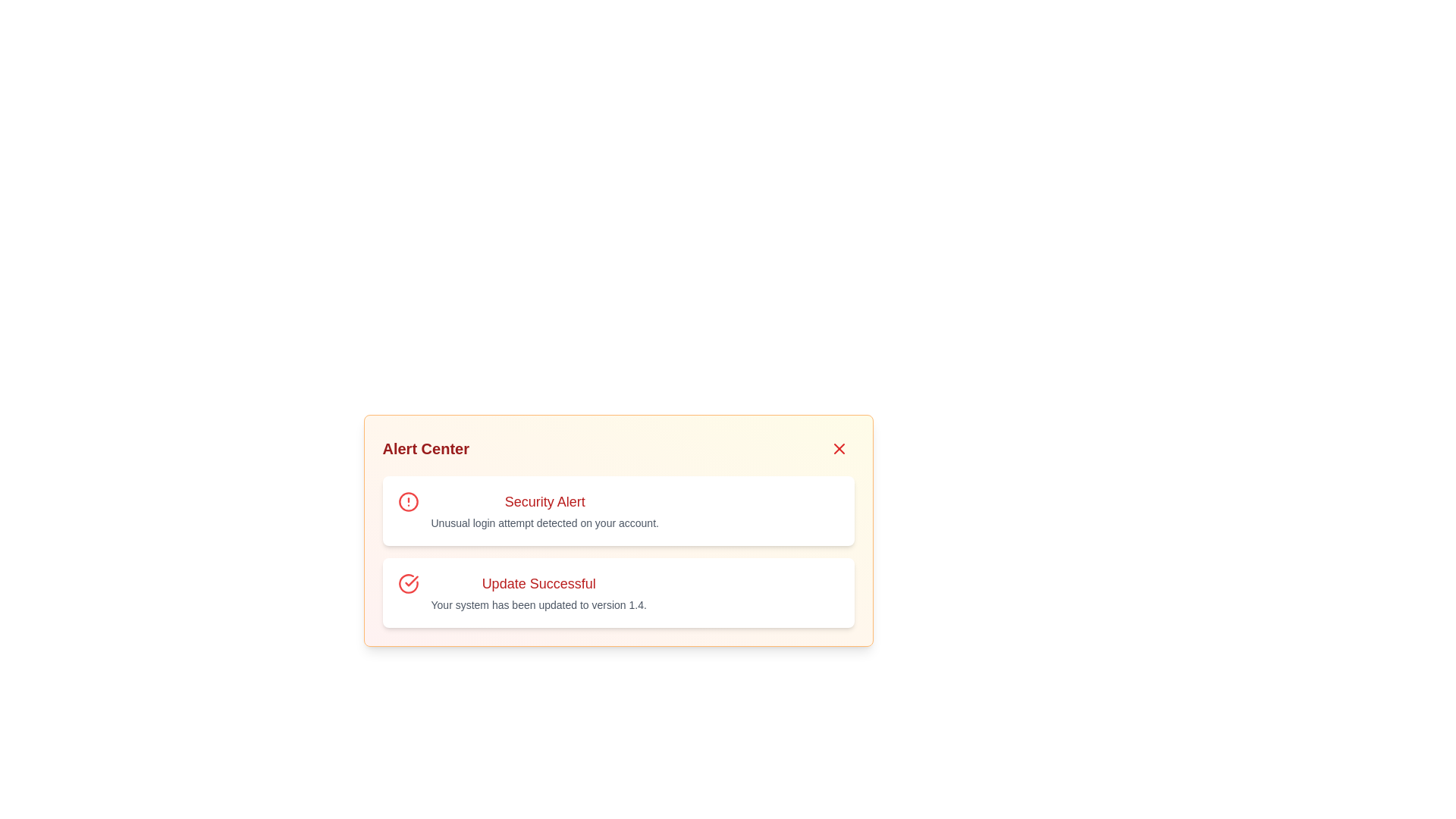 The image size is (1456, 819). What do you see at coordinates (544, 522) in the screenshot?
I see `static text that displays 'Unusual login attempt detected on your account.' located beneath the 'Security Alert' headline in the 'Alert Center' section` at bounding box center [544, 522].